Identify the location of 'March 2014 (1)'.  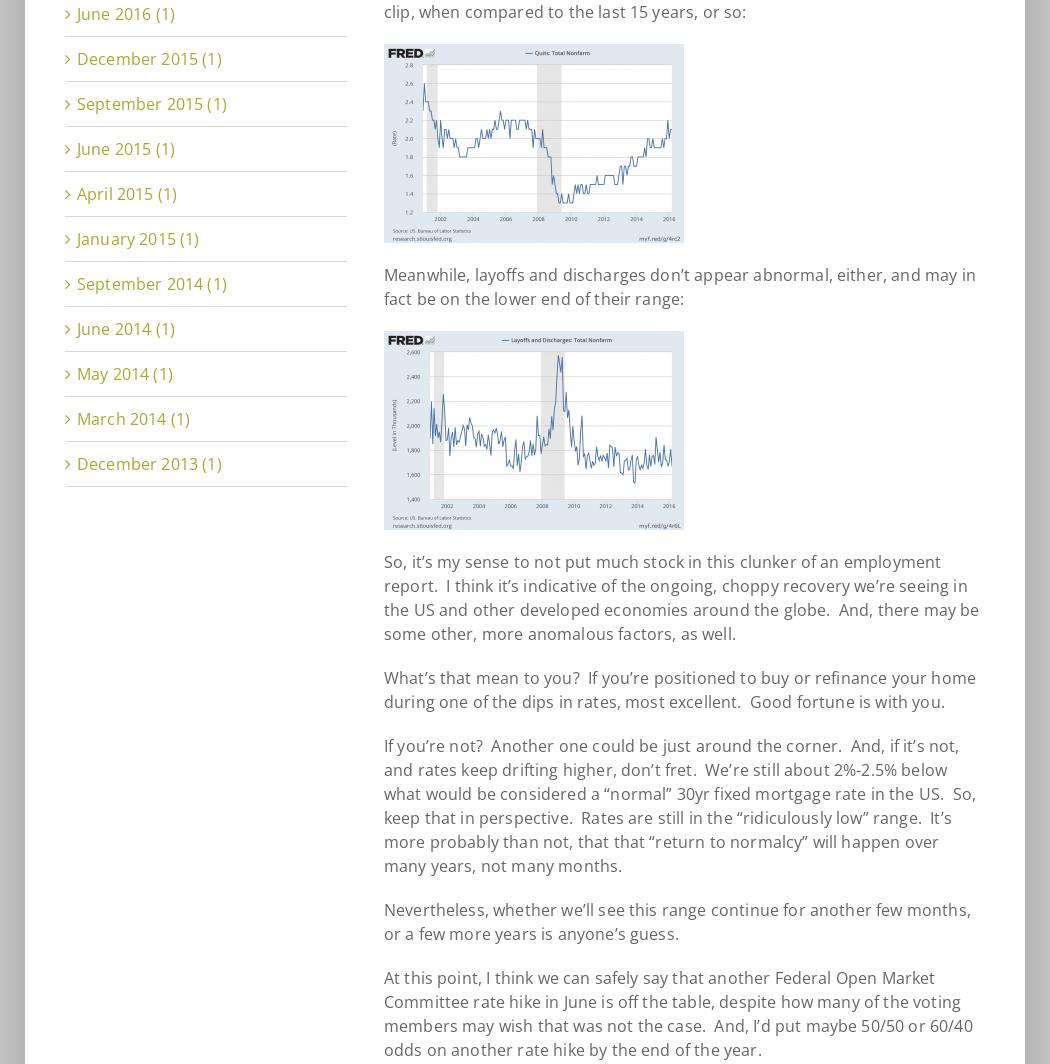
(132, 418).